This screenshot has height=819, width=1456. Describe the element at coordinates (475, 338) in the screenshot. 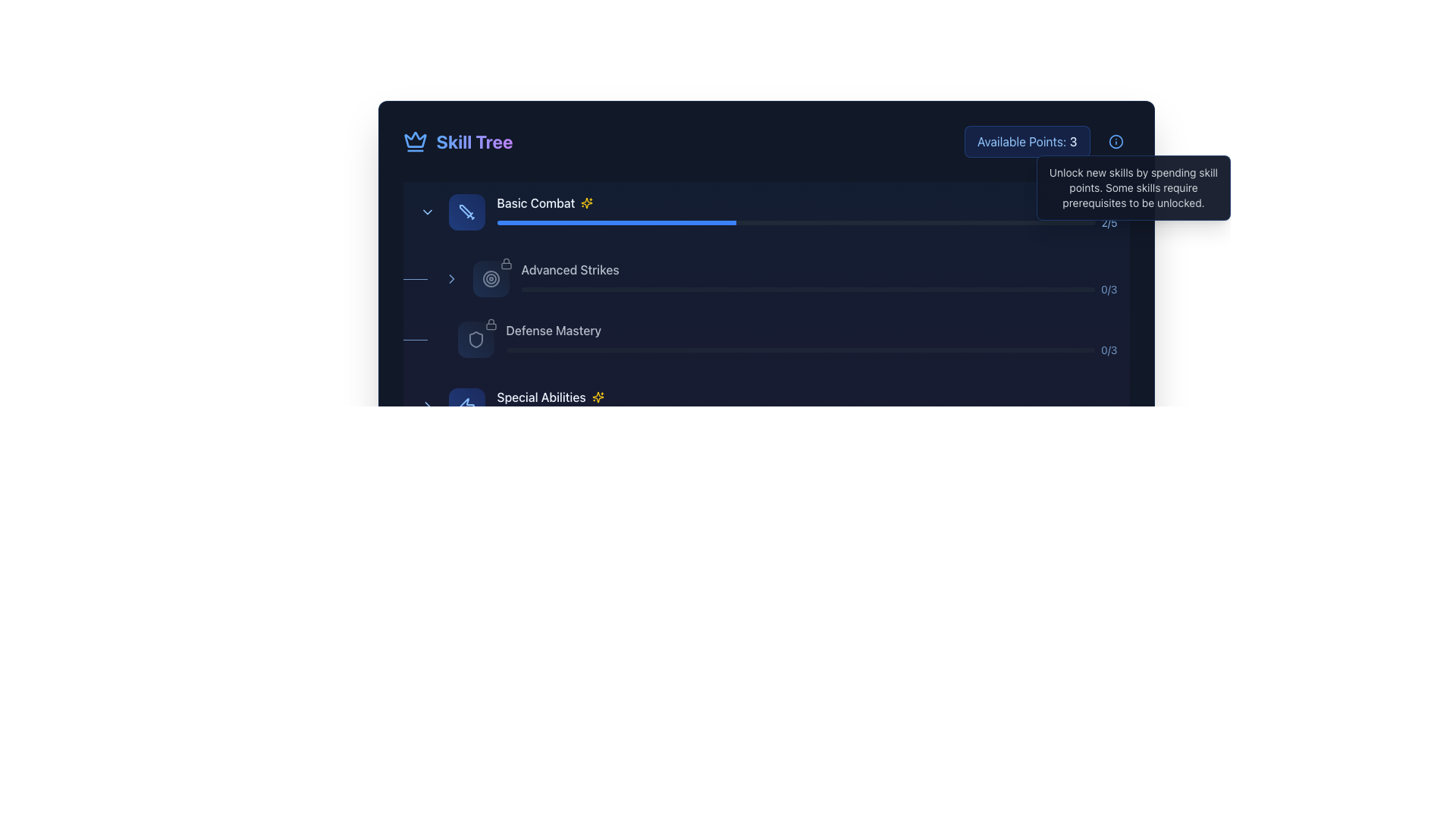

I see `the 'Defense Mastery' skill icon, which is the leftmost item in the Defense Mastery row of the skill tree interface, indicating its locked status` at that location.